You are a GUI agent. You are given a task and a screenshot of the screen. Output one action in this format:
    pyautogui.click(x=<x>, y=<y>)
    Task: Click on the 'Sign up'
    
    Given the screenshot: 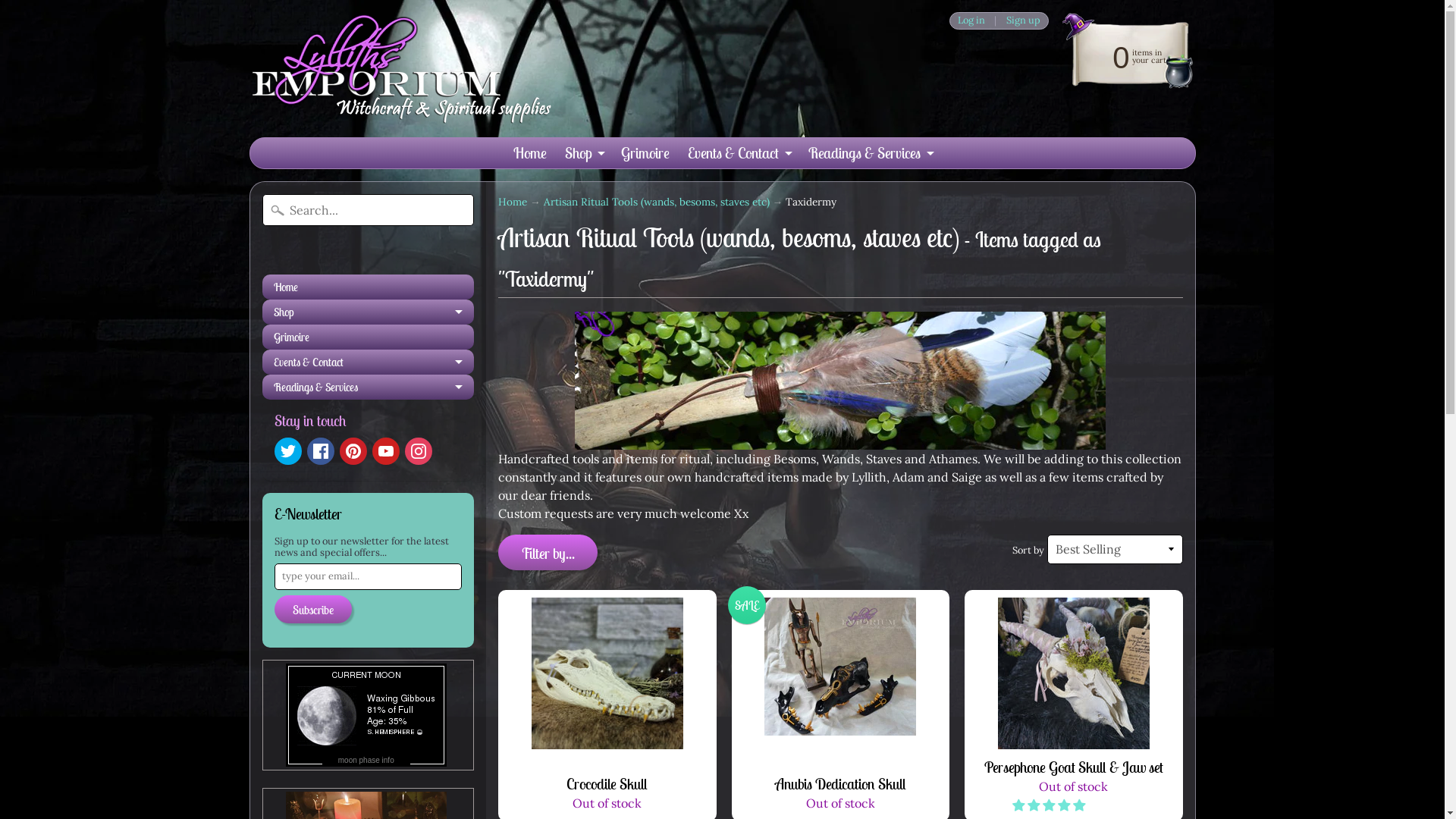 What is the action you would take?
    pyautogui.click(x=998, y=20)
    